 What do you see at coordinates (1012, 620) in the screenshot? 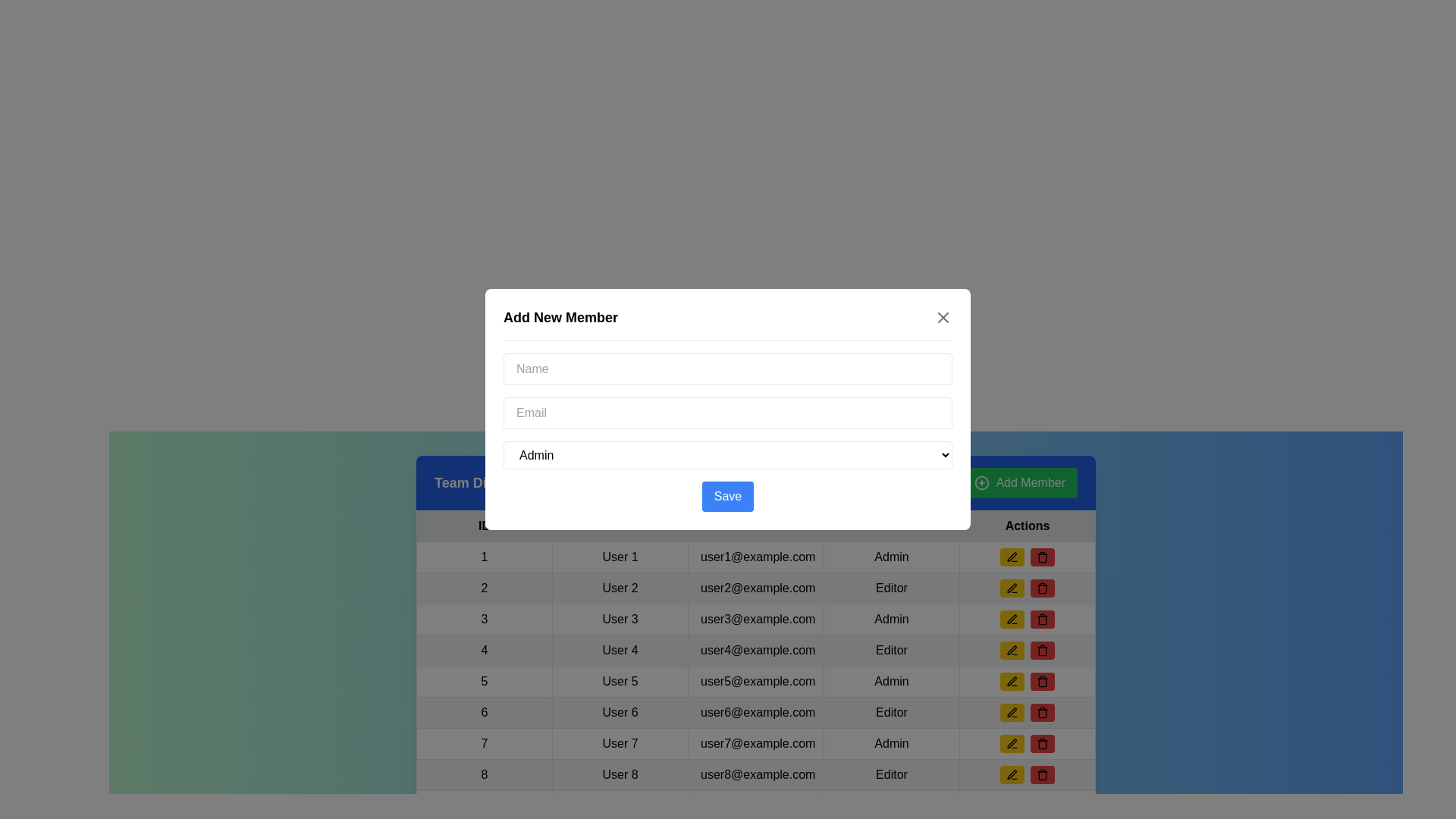
I see `the edit action icon located in the 'Actions' column of the eighth row in the 'Team Details' table` at bounding box center [1012, 620].